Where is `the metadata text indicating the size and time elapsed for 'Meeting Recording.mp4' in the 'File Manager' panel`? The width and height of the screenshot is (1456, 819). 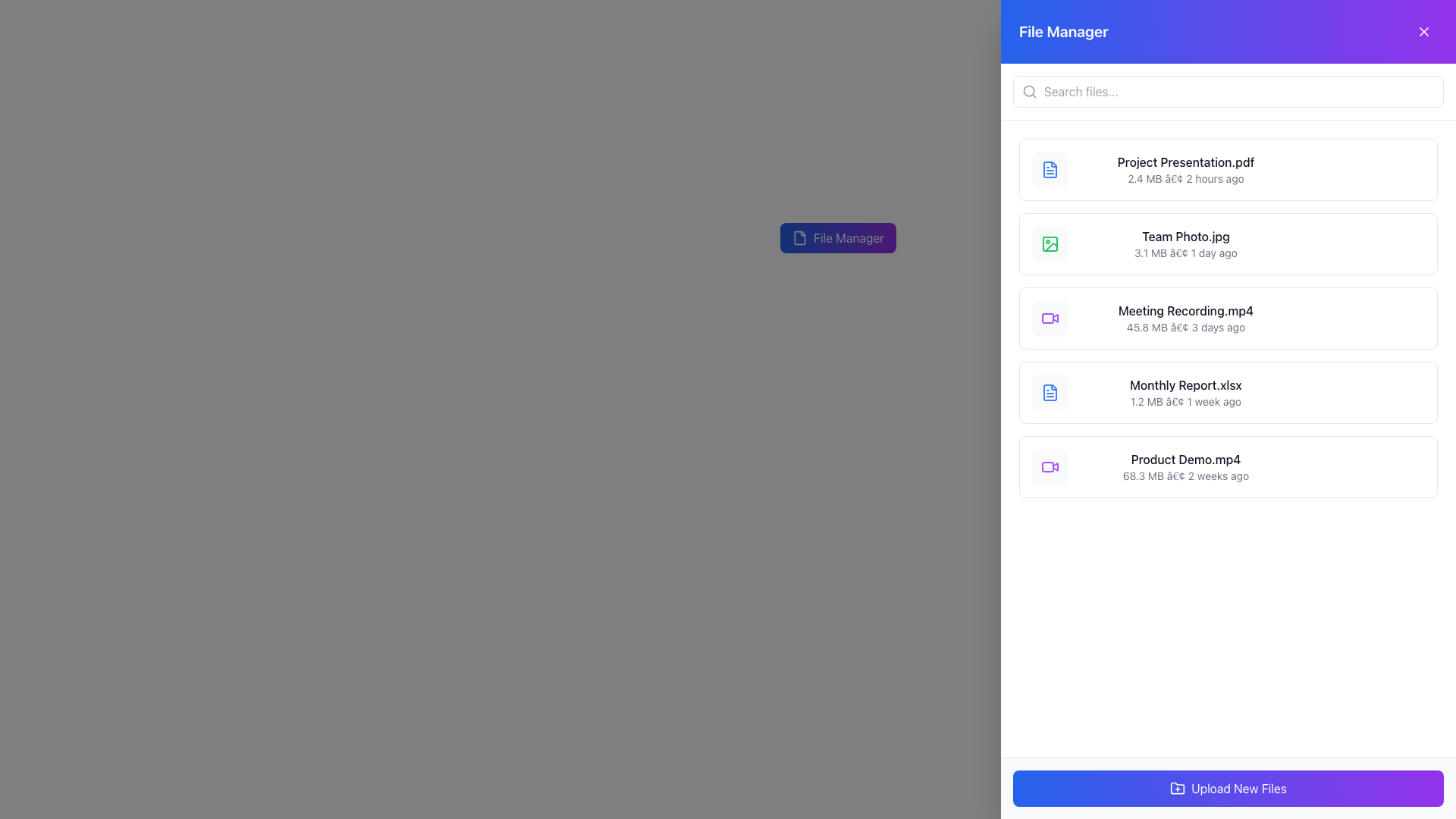
the metadata text indicating the size and time elapsed for 'Meeting Recording.mp4' in the 'File Manager' panel is located at coordinates (1185, 327).